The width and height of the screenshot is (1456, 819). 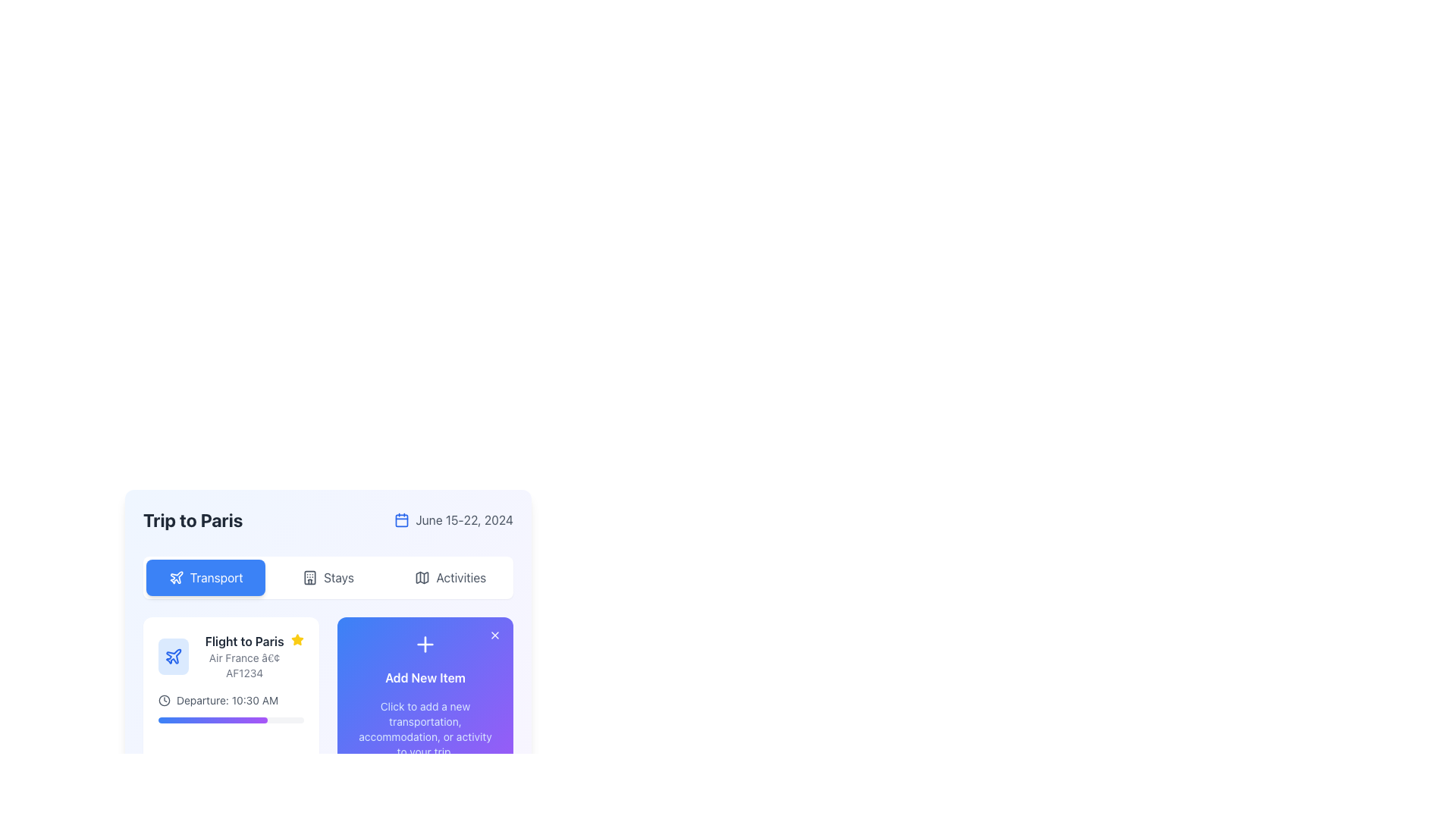 I want to click on the plus-shaped icon symbolizing addition, which is centrally positioned near the top of a purple-colored section above the text 'Add New Item.', so click(x=425, y=644).